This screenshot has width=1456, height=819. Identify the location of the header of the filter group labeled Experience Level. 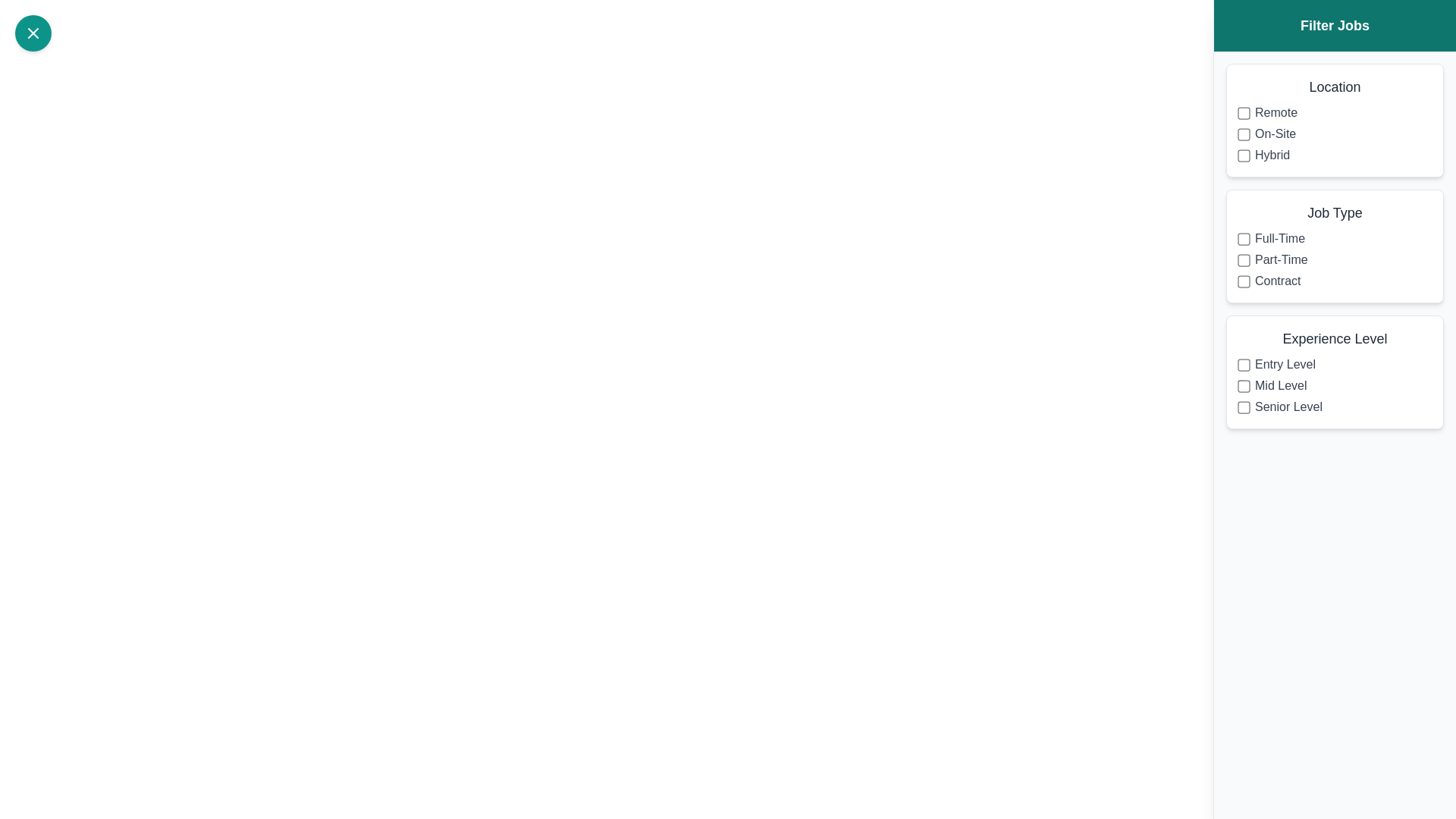
(1335, 338).